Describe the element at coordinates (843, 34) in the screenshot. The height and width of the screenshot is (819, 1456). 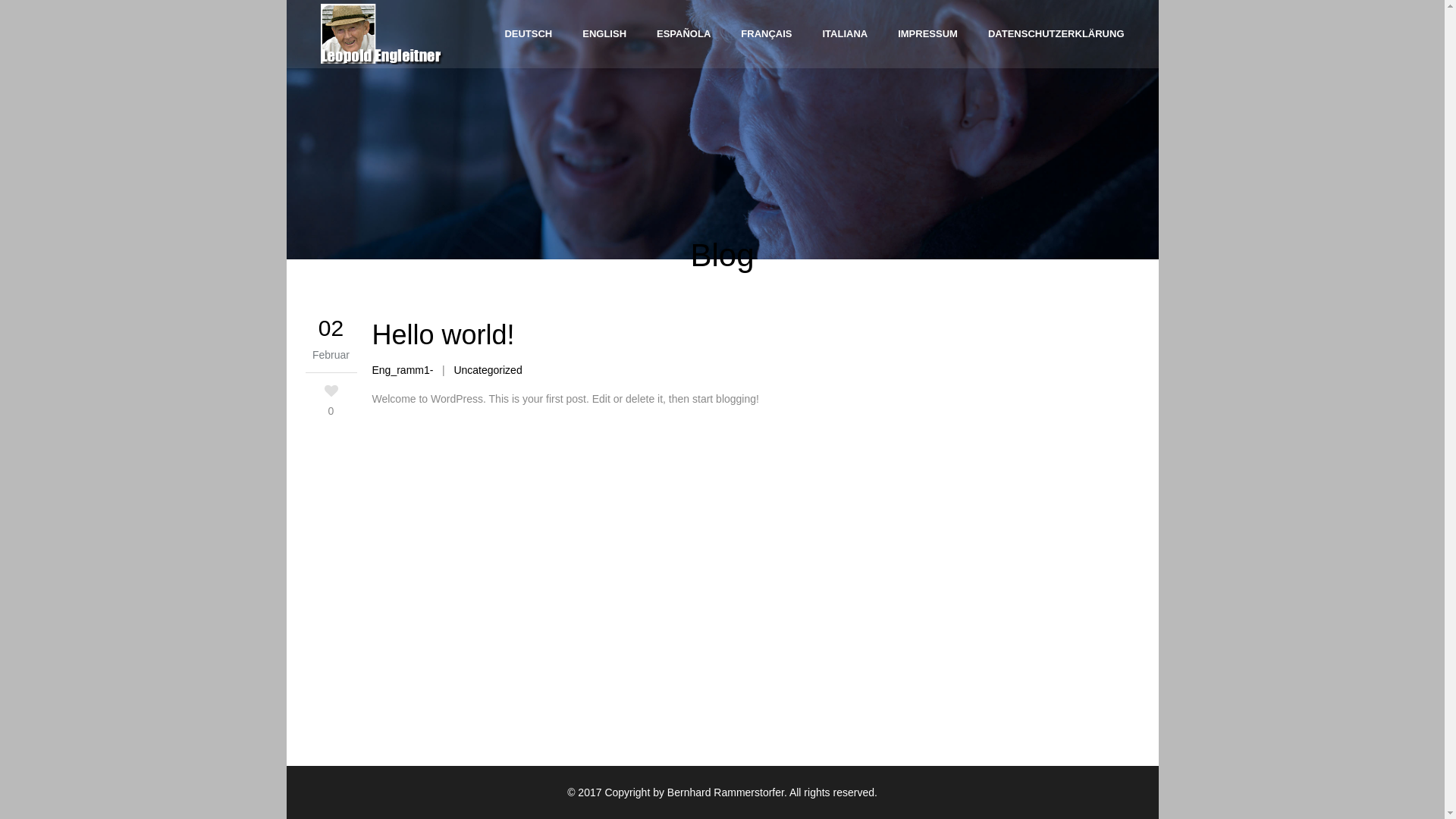
I see `'ITALIANA'` at that location.